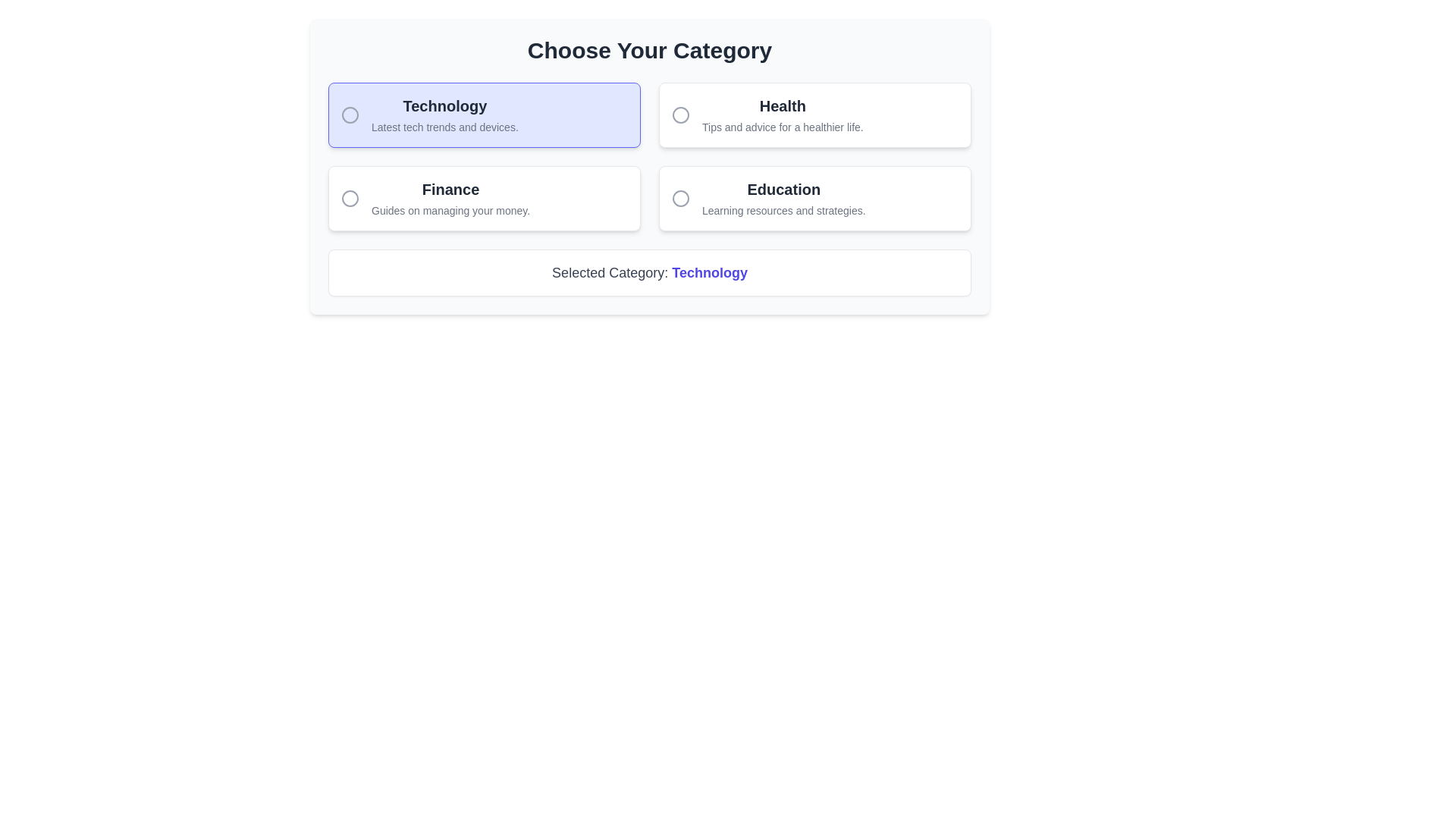 The height and width of the screenshot is (819, 1456). What do you see at coordinates (444, 114) in the screenshot?
I see `descriptive text of the 'Technology' category label, which is located in the top-left corner of the category selection grid` at bounding box center [444, 114].